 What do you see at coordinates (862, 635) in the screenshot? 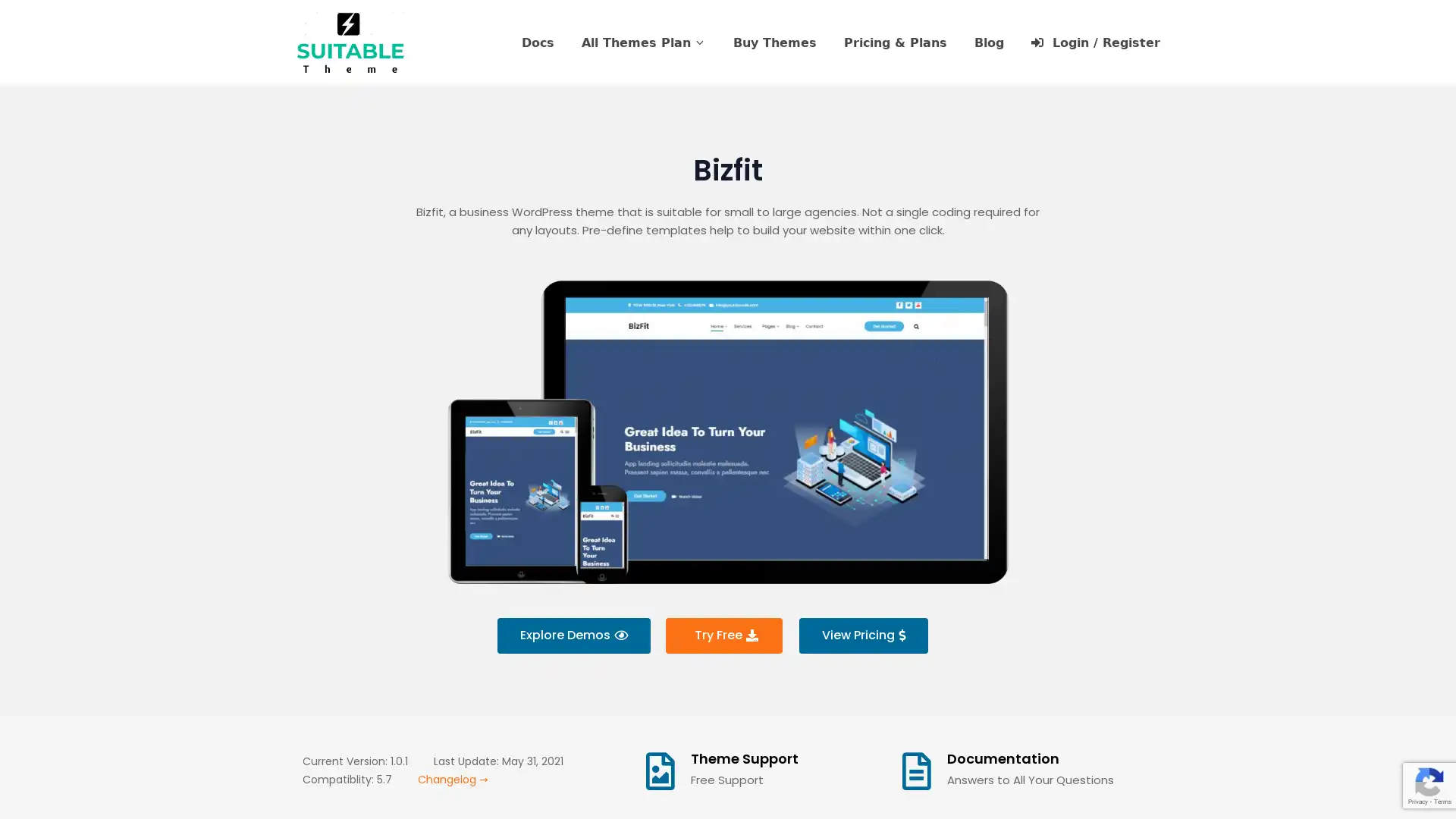
I see `View Pricing` at bounding box center [862, 635].